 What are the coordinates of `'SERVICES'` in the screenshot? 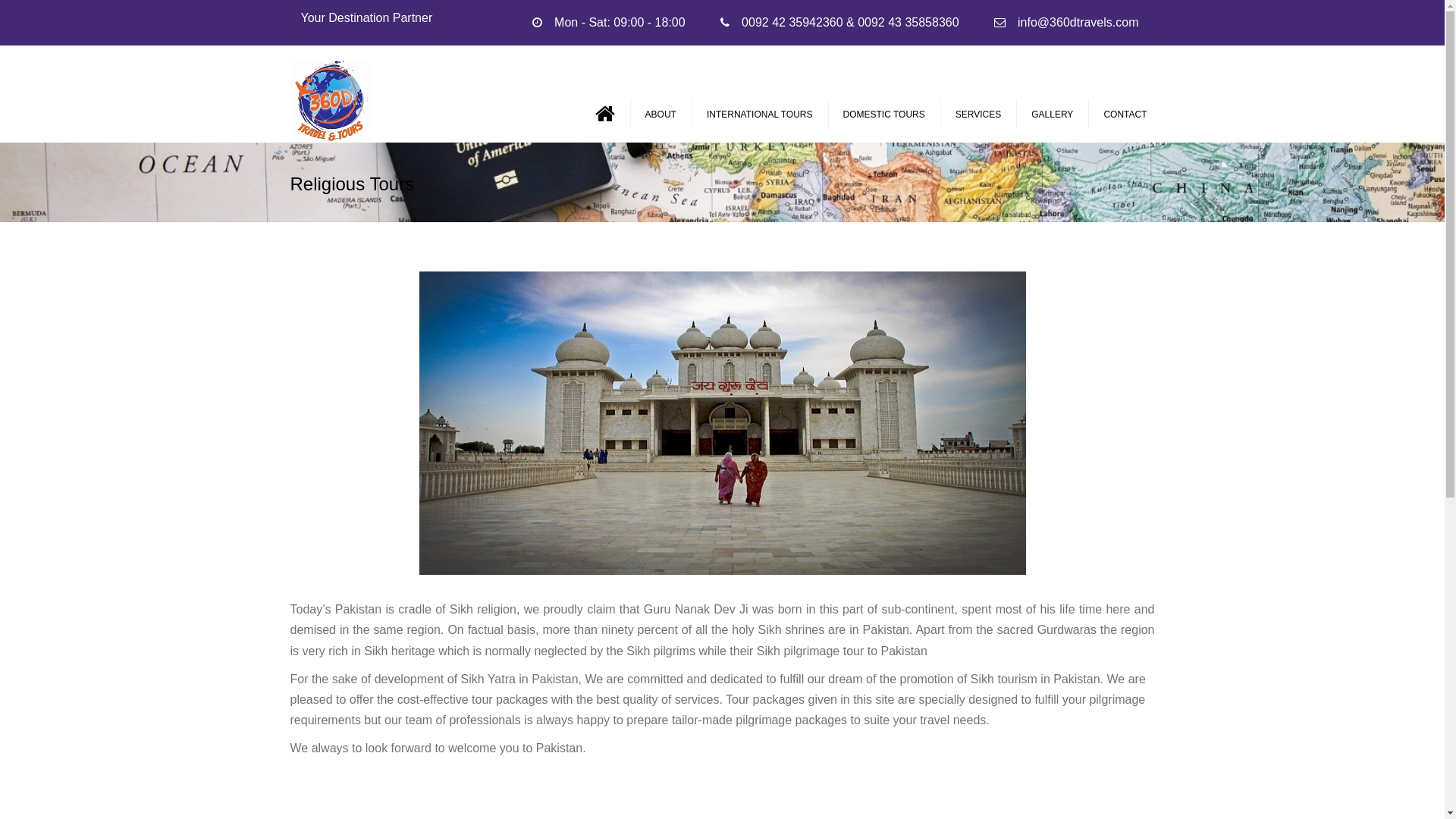 It's located at (946, 113).